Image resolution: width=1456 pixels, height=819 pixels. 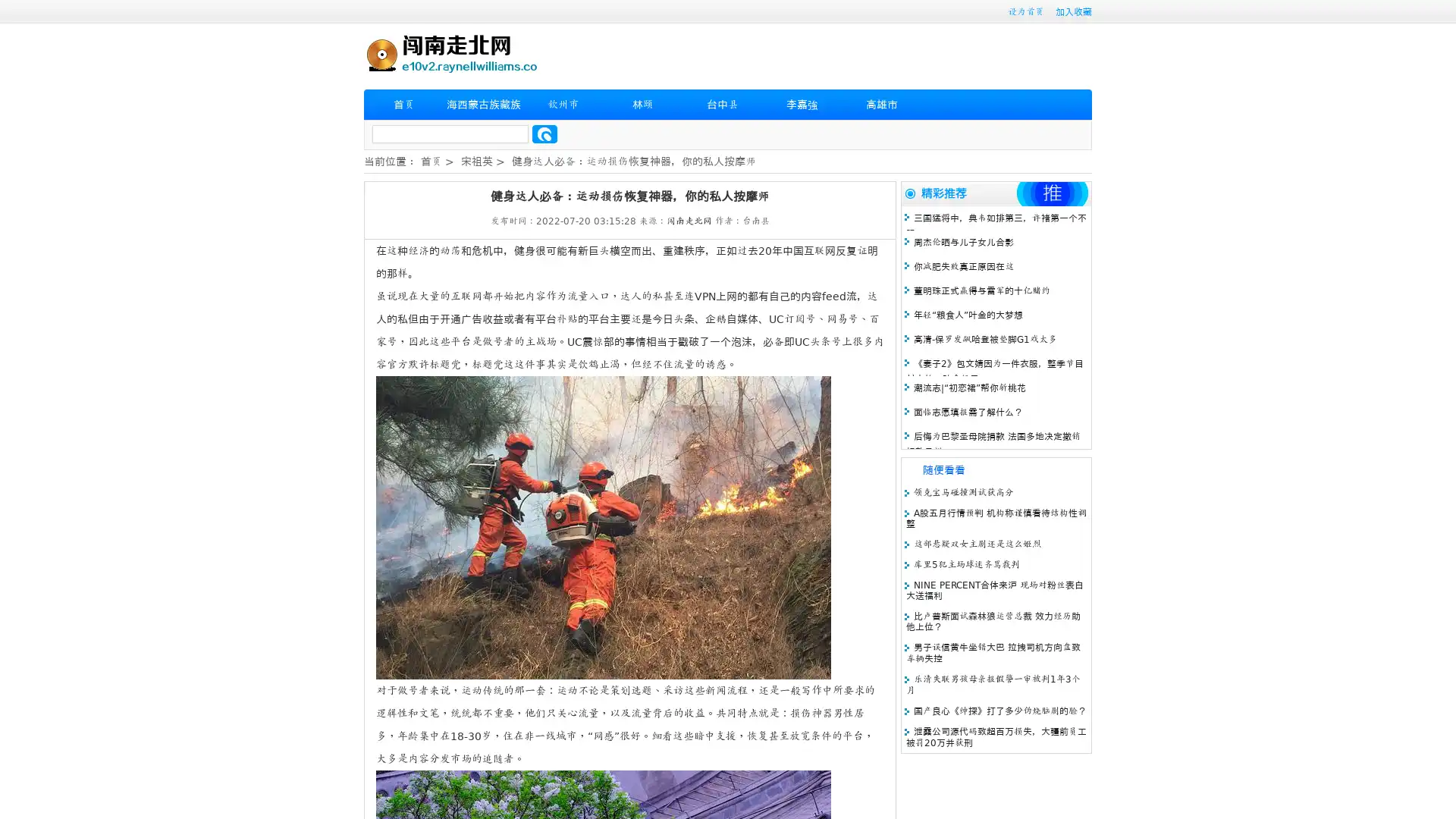 What do you see at coordinates (544, 133) in the screenshot?
I see `Search` at bounding box center [544, 133].